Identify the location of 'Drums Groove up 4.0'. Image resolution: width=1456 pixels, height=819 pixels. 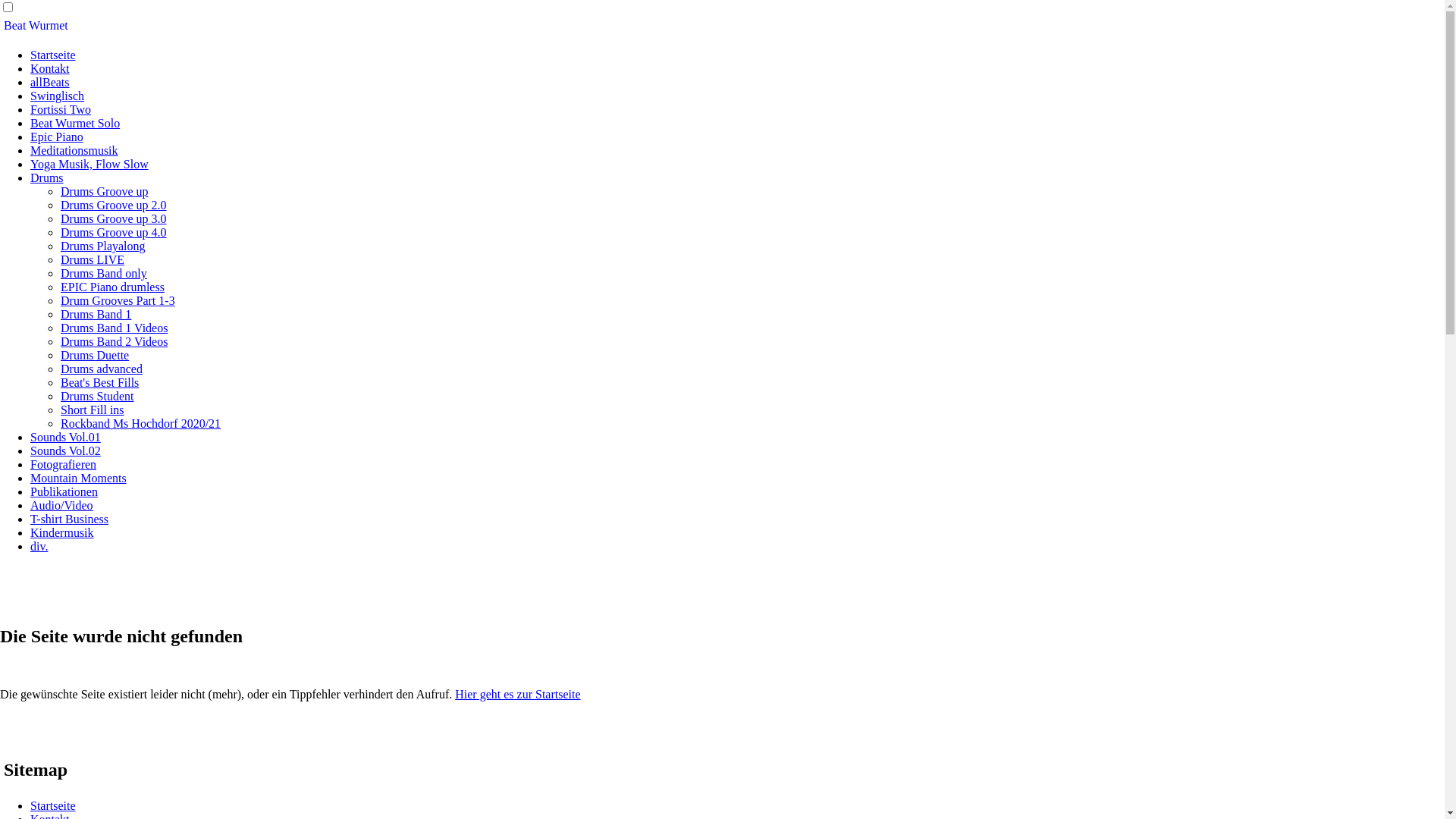
(112, 232).